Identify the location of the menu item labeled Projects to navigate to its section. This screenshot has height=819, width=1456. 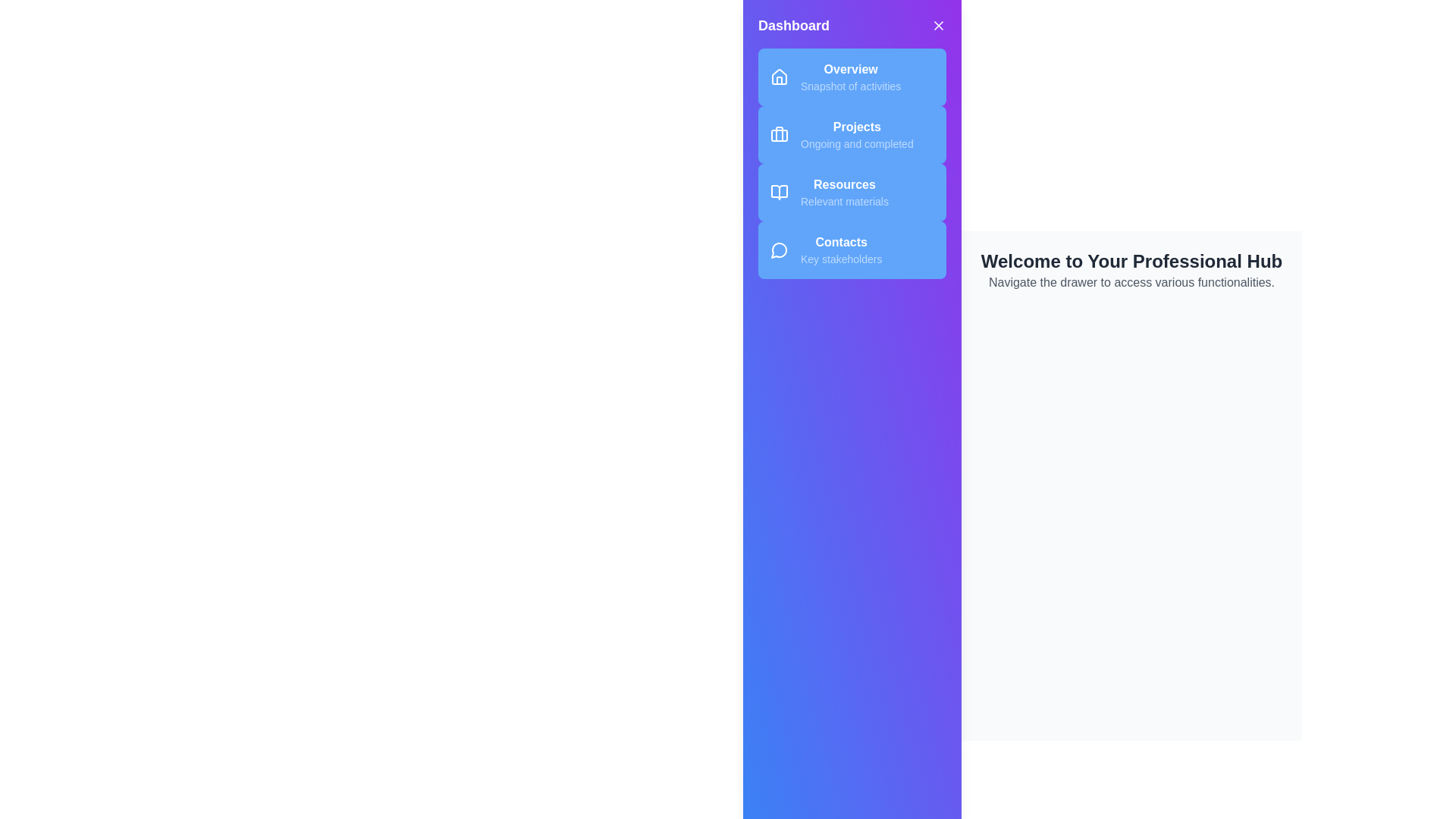
(852, 133).